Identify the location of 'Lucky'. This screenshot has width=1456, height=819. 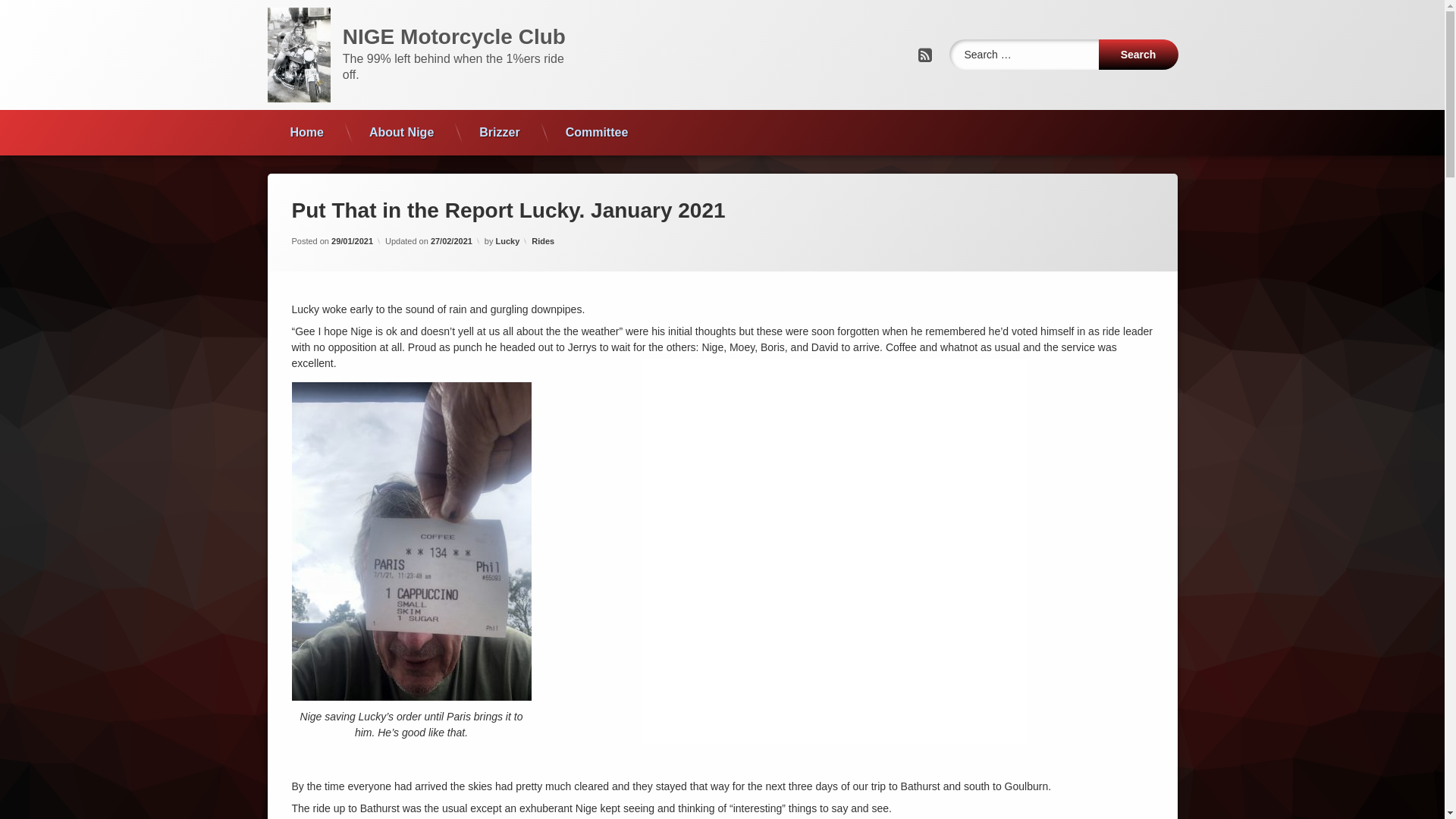
(508, 240).